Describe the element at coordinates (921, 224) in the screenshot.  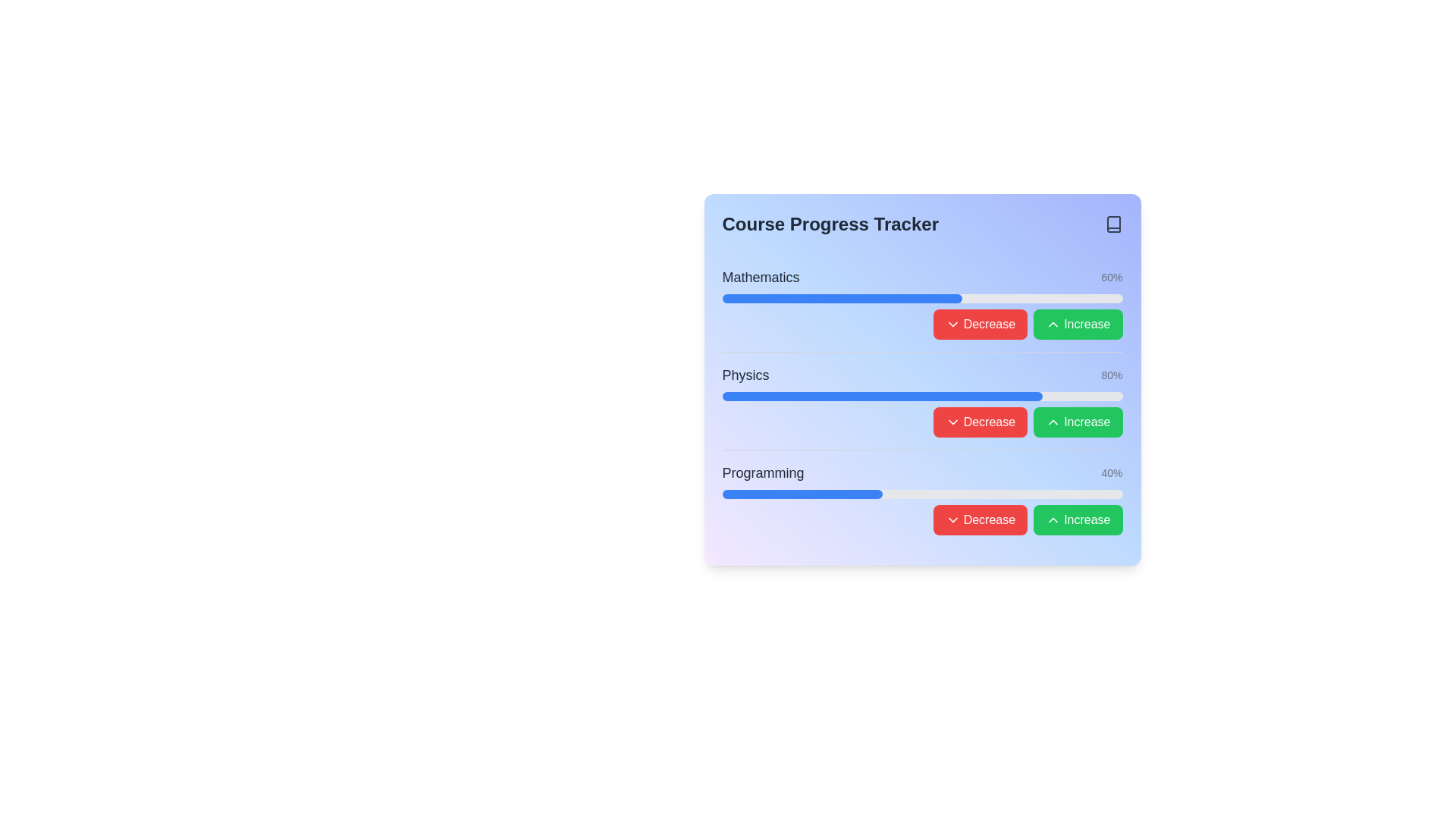
I see `the text element that serves as a title for the course progress section to activate highlighting effects` at that location.